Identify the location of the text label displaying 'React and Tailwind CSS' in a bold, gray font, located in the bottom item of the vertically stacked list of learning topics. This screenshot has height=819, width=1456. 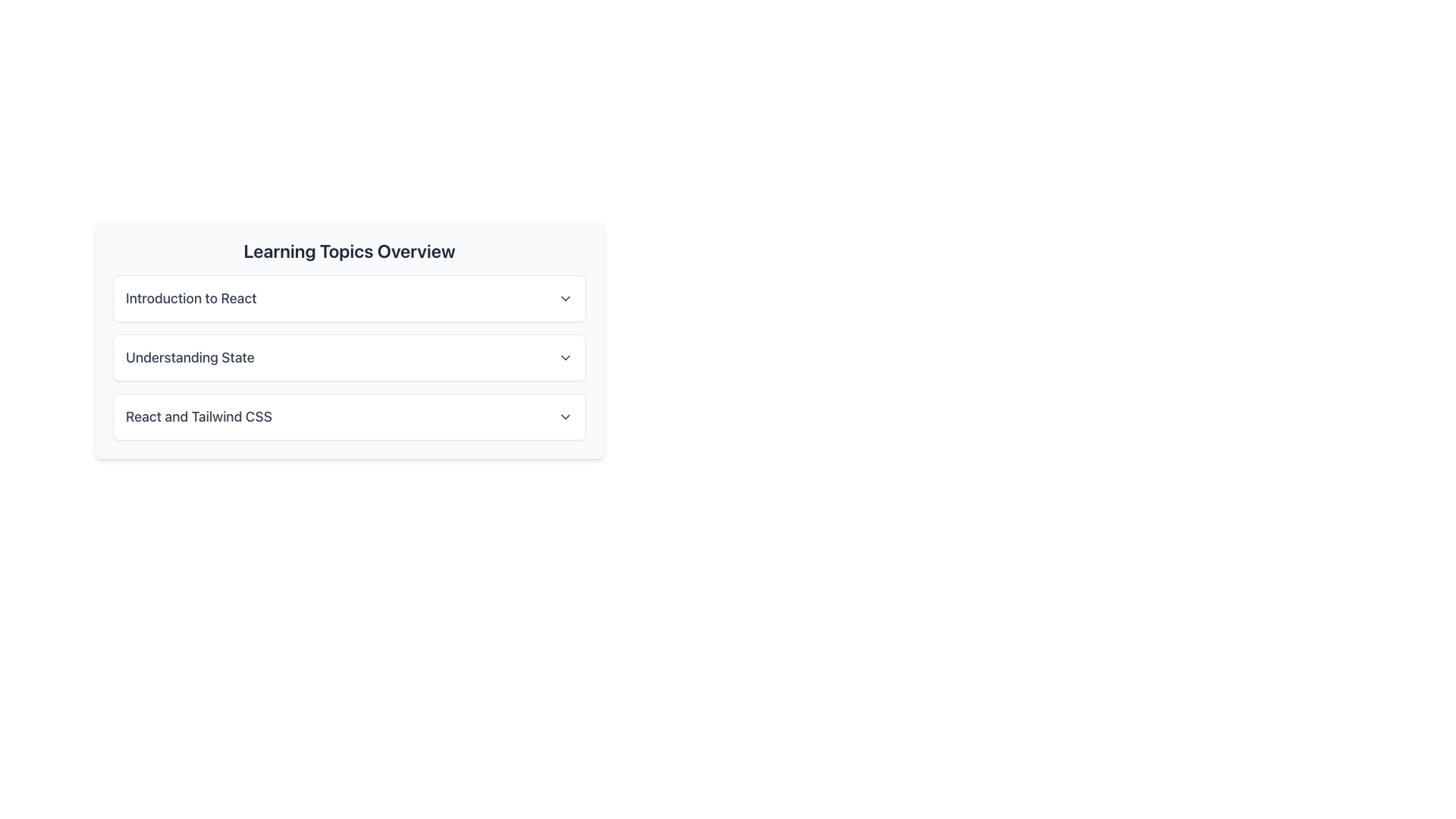
(198, 417).